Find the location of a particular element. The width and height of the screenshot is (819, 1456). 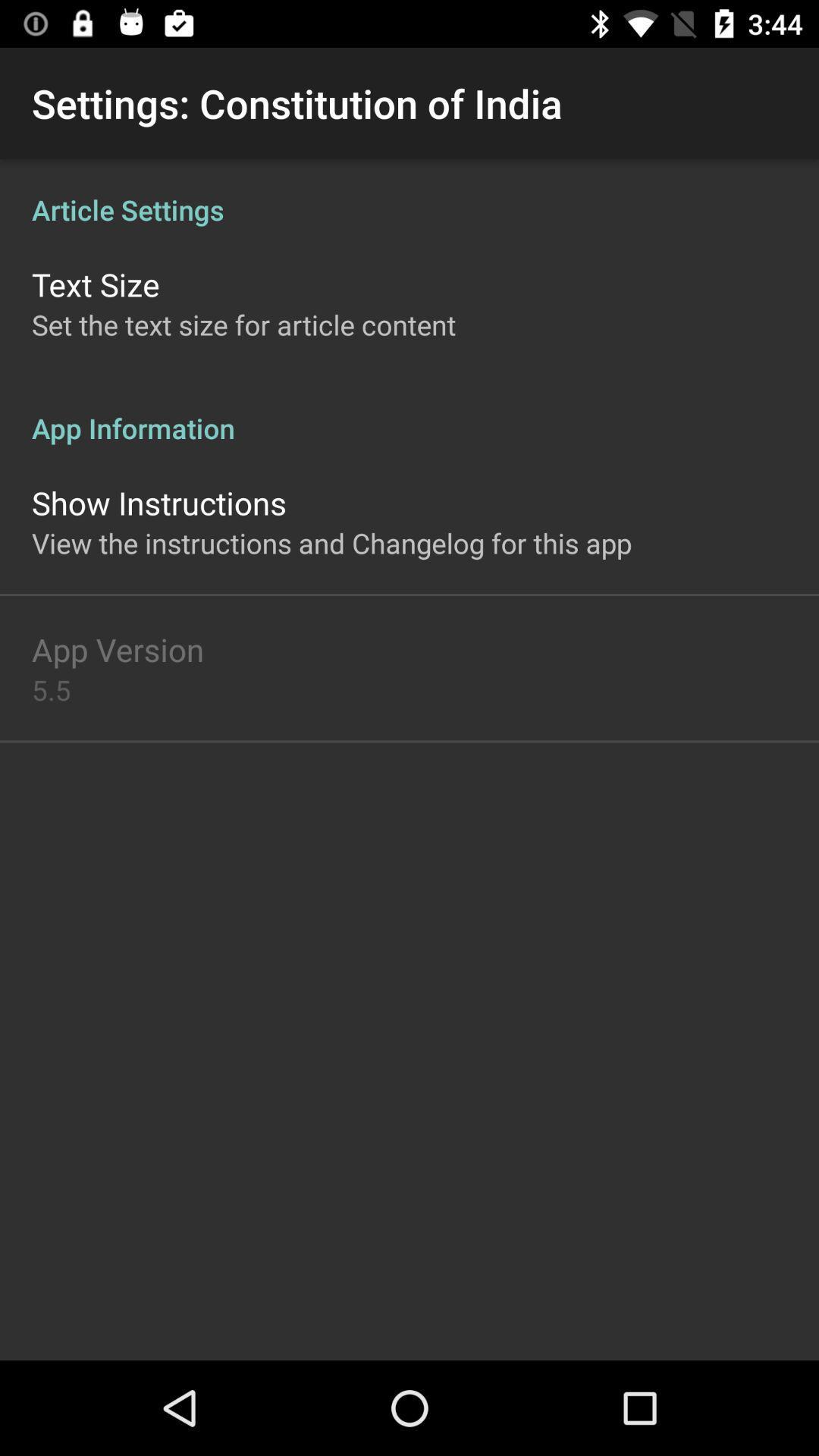

item above the app information is located at coordinates (243, 324).